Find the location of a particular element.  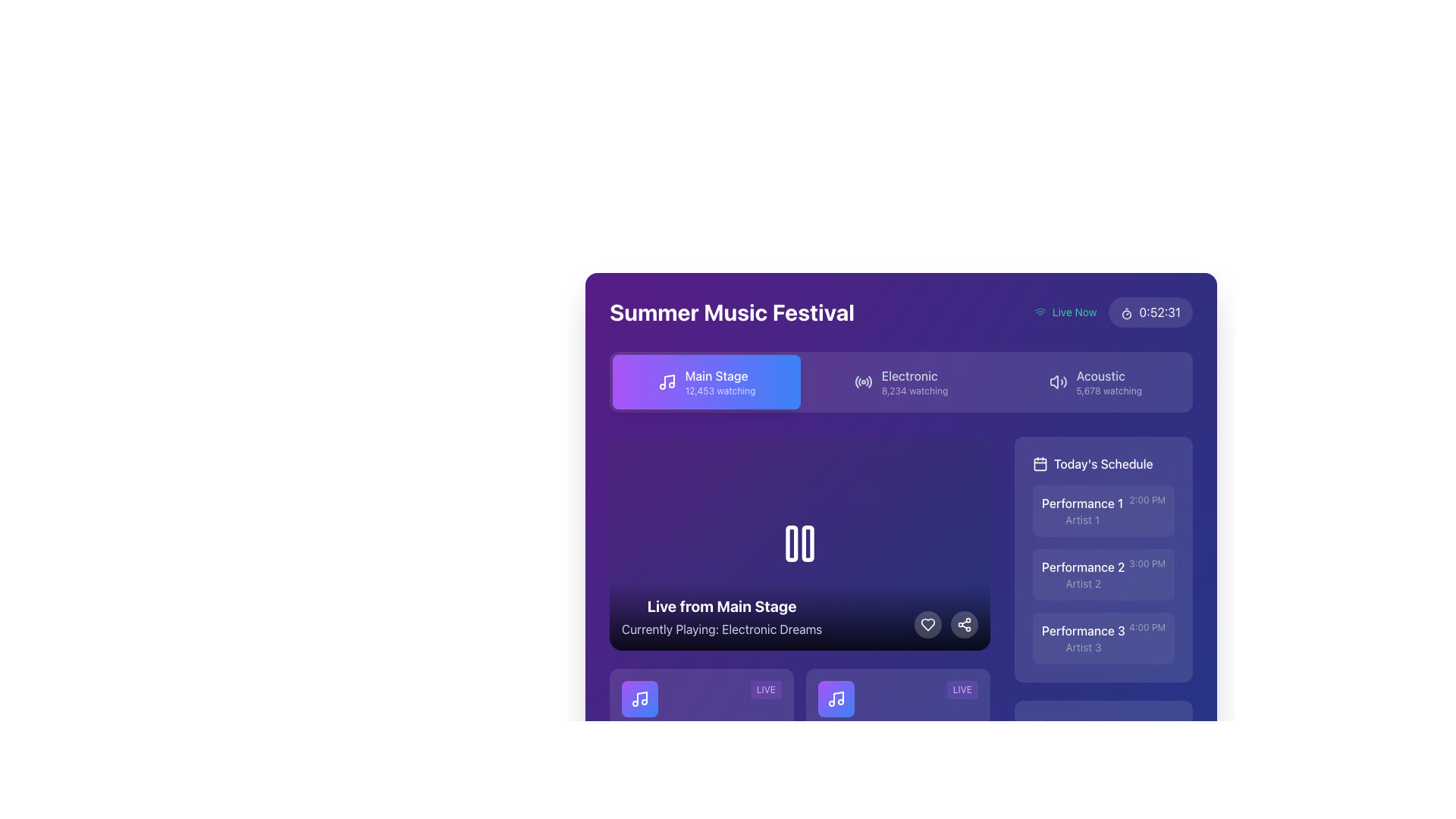

text label with the word 'Electronic' that has a purple background and white text coloration, positioned between 'Main Stage' and 'Acoustic' to identify the stage is located at coordinates (914, 375).